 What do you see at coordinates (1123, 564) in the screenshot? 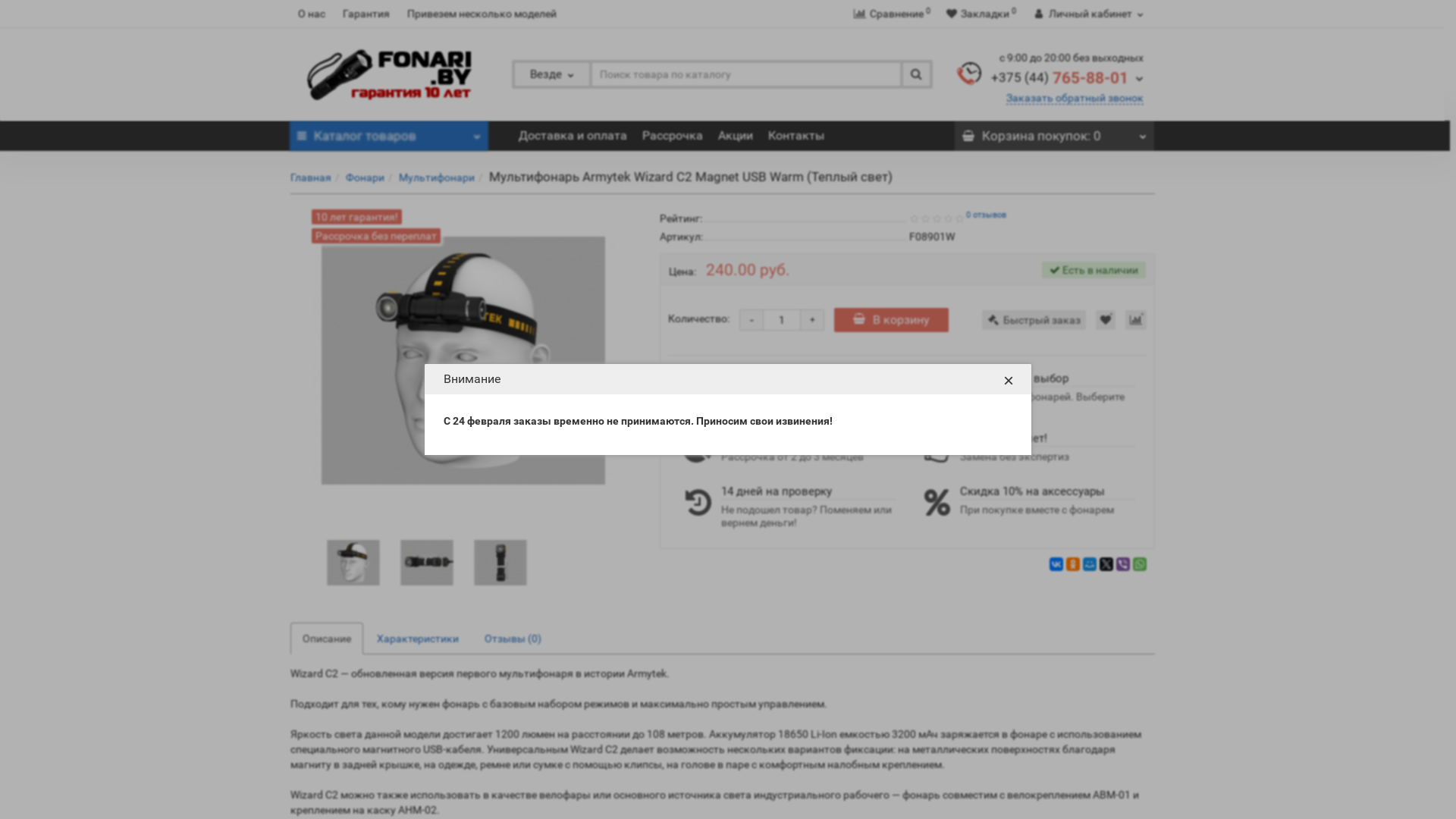
I see `'Viber'` at bounding box center [1123, 564].